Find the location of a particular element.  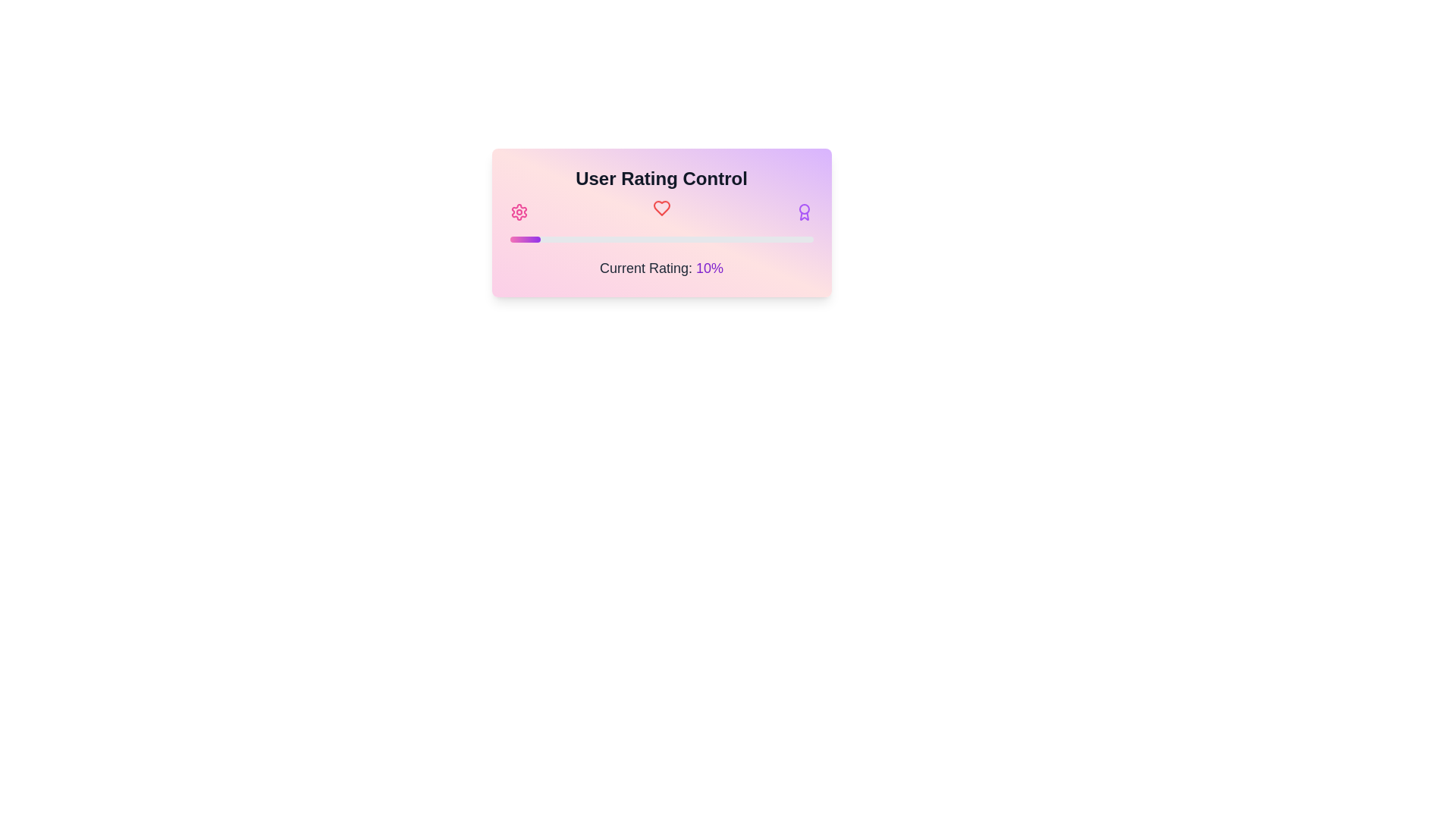

the filled portion of the progress bar segment, which indicates a 10% completion state is located at coordinates (525, 239).